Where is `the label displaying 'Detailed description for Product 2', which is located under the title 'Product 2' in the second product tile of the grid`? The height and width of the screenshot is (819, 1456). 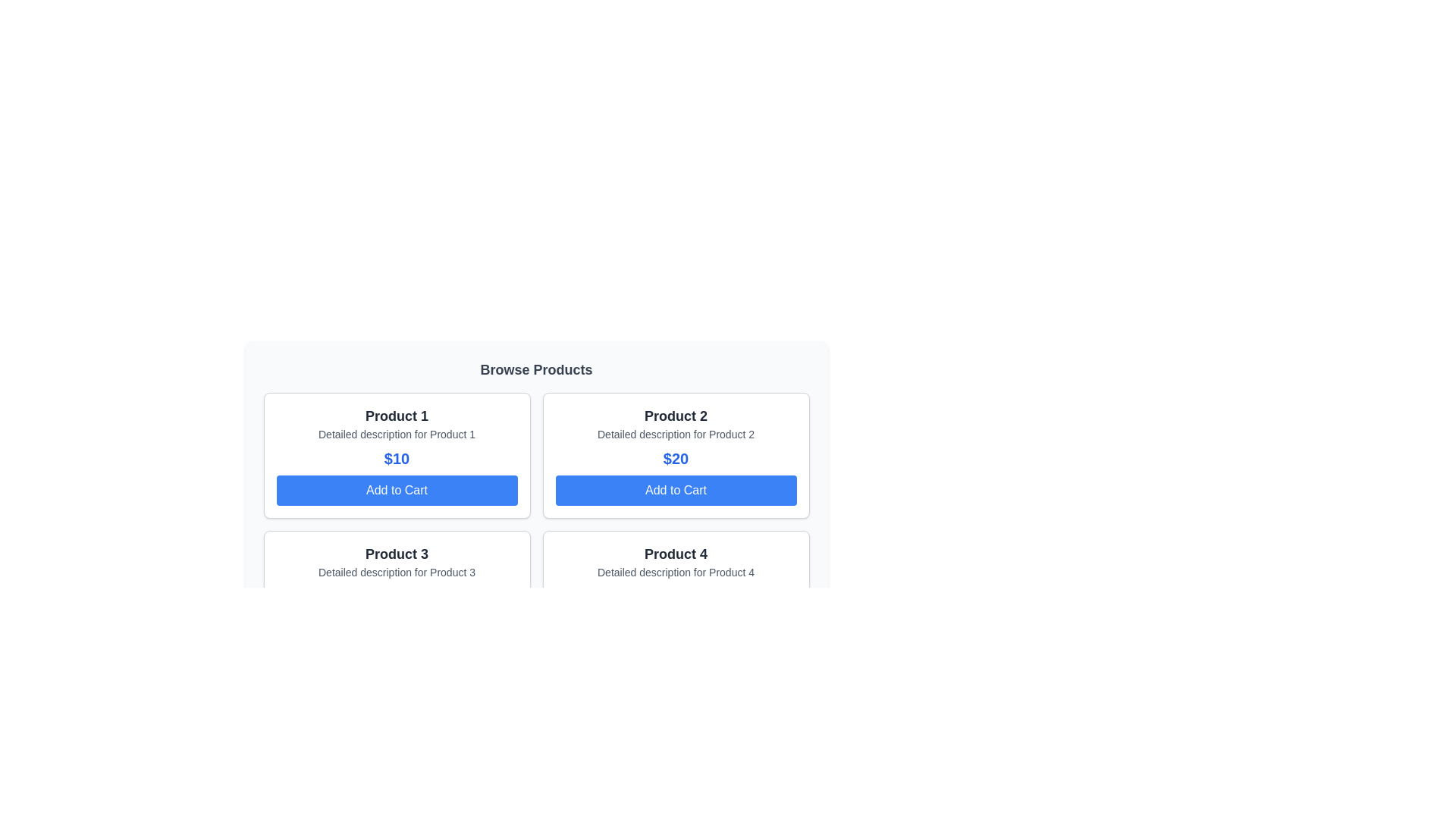
the label displaying 'Detailed description for Product 2', which is located under the title 'Product 2' in the second product tile of the grid is located at coordinates (675, 435).